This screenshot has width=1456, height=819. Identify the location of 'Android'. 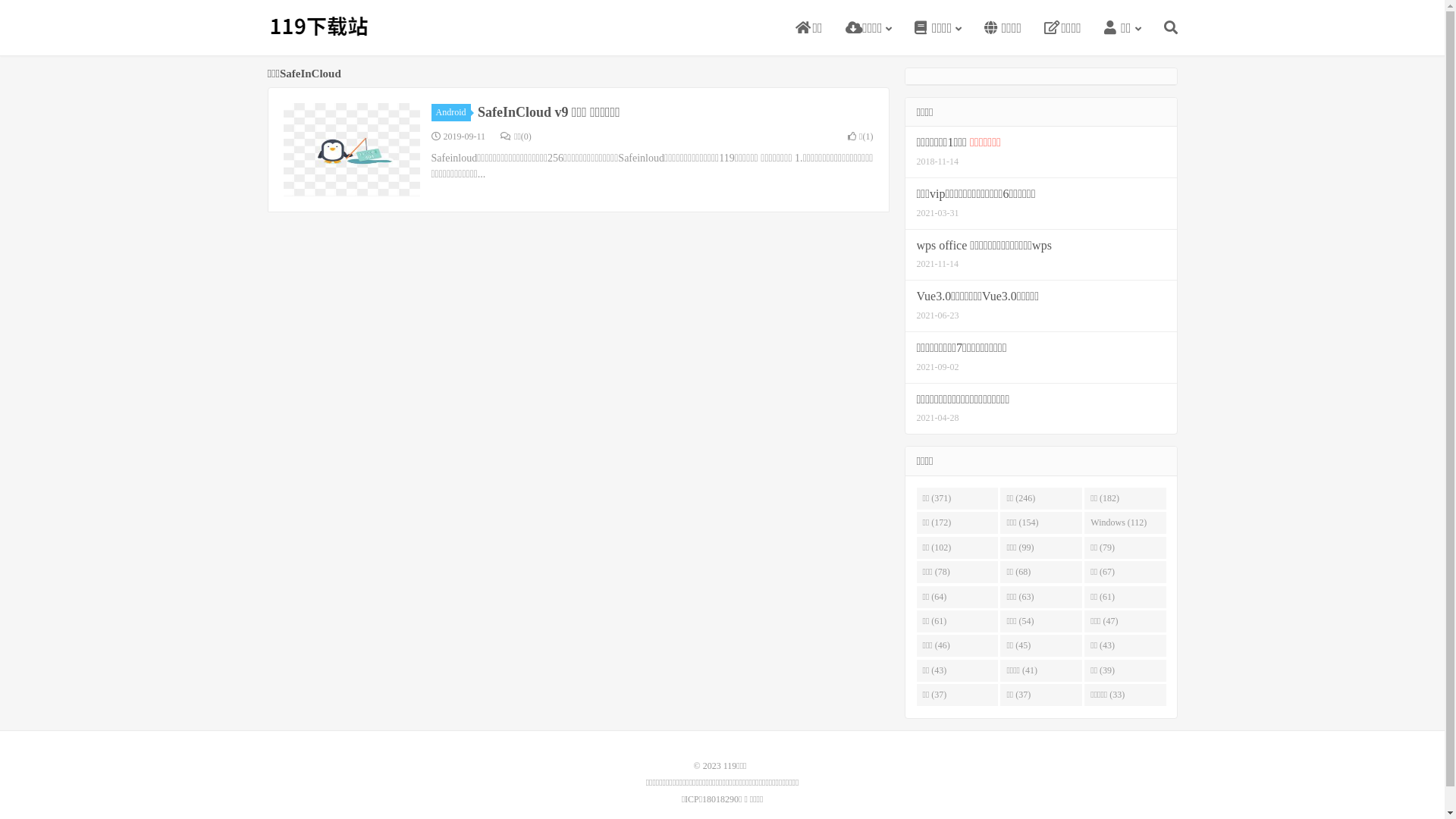
(450, 111).